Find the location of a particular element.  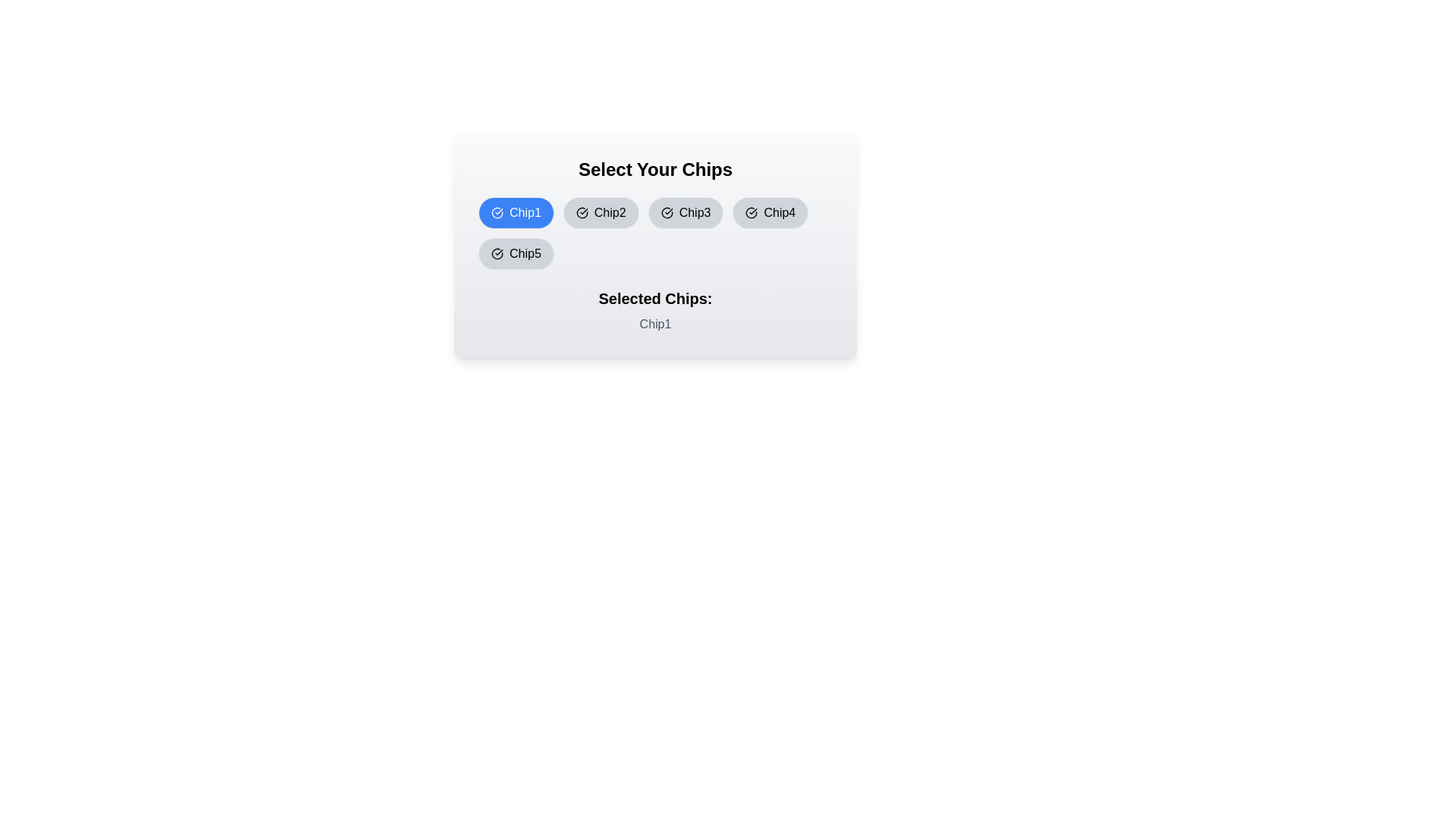

the chip labeled Chip5 by clicking on it is located at coordinates (516, 253).